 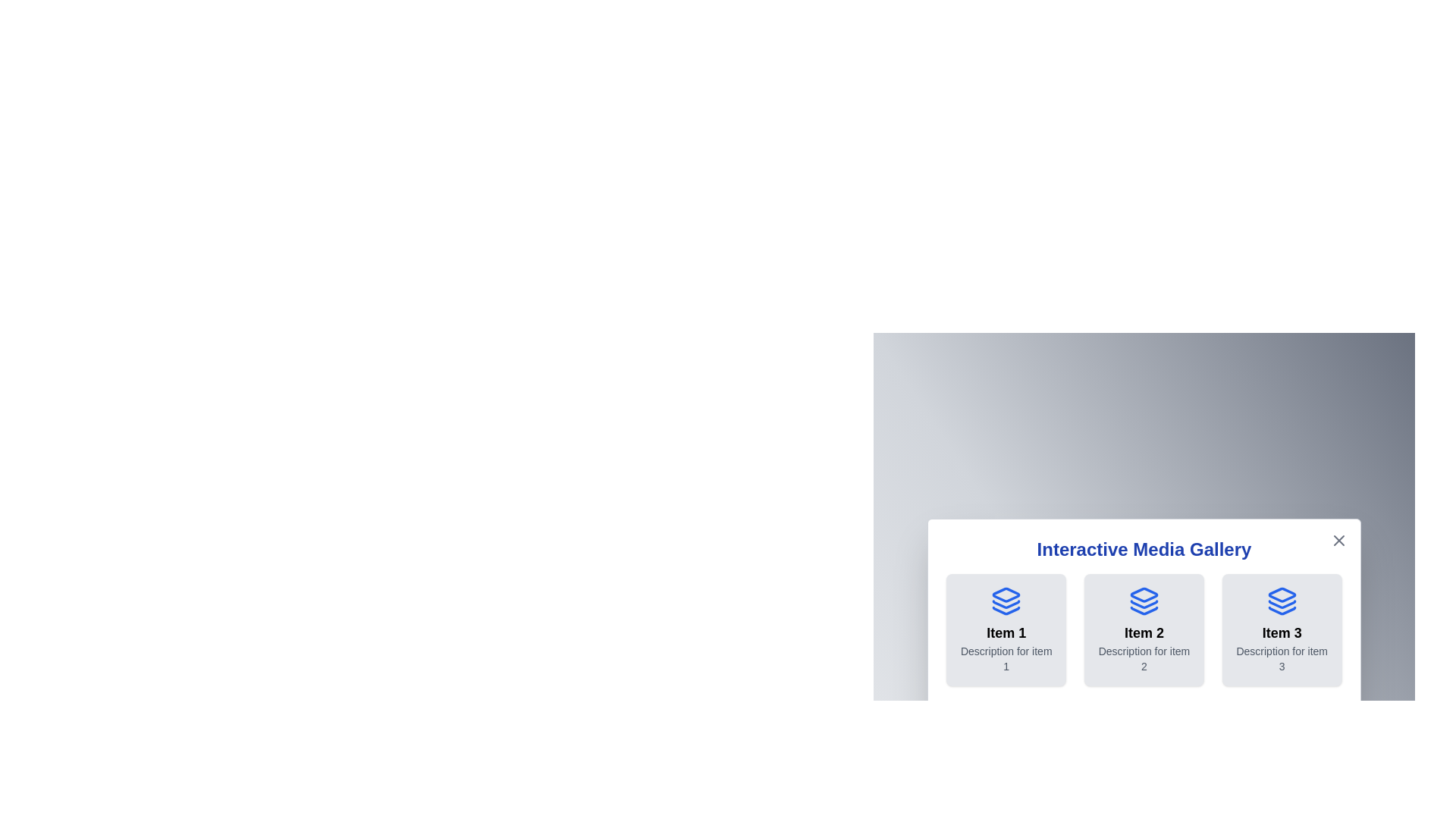 I want to click on the description of the selected item 1, so click(x=1006, y=657).